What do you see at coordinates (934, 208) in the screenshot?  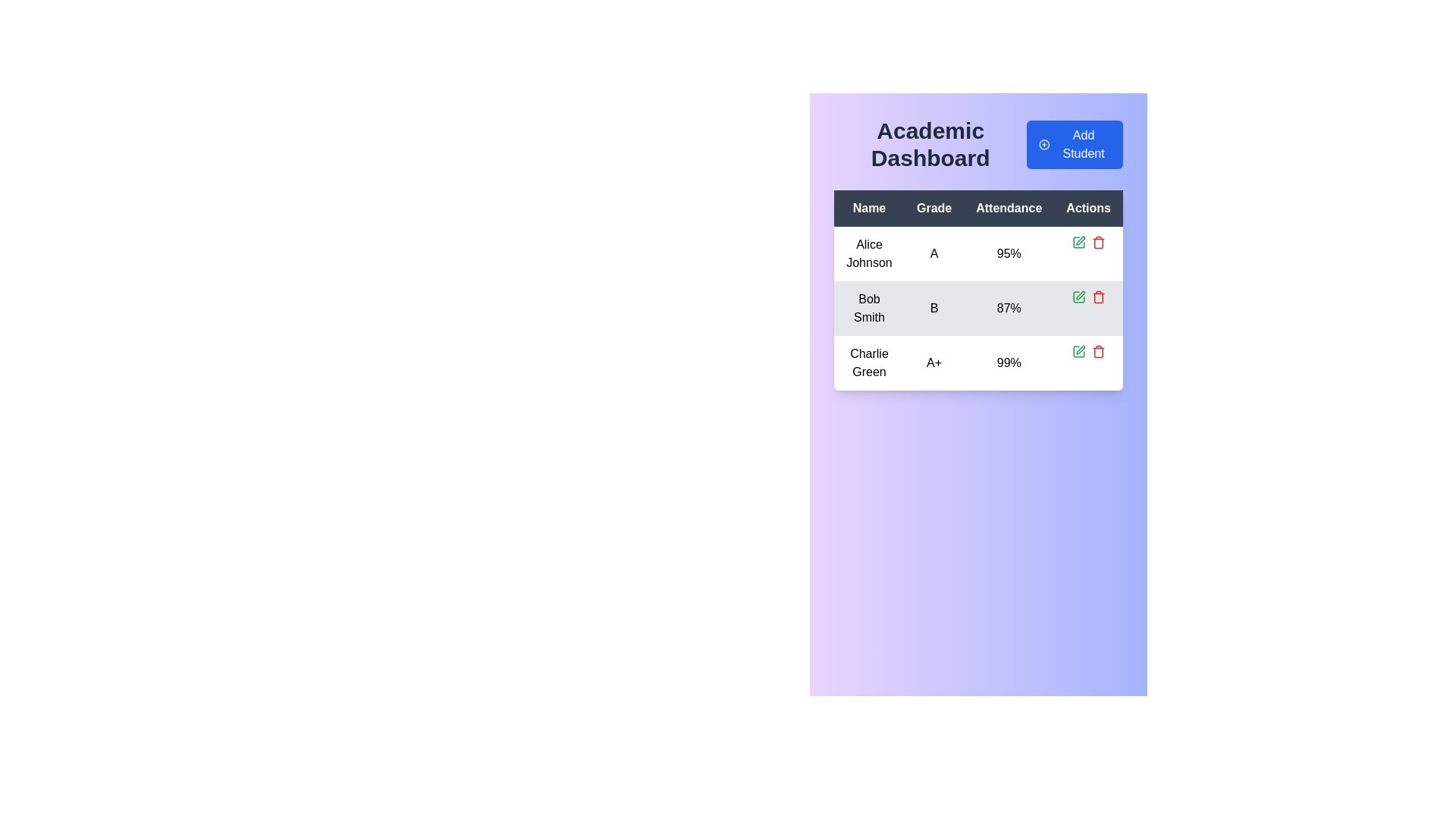 I see `the 'Grade' table header cell, which is the second item in the table header row, displaying white text on a dark background` at bounding box center [934, 208].